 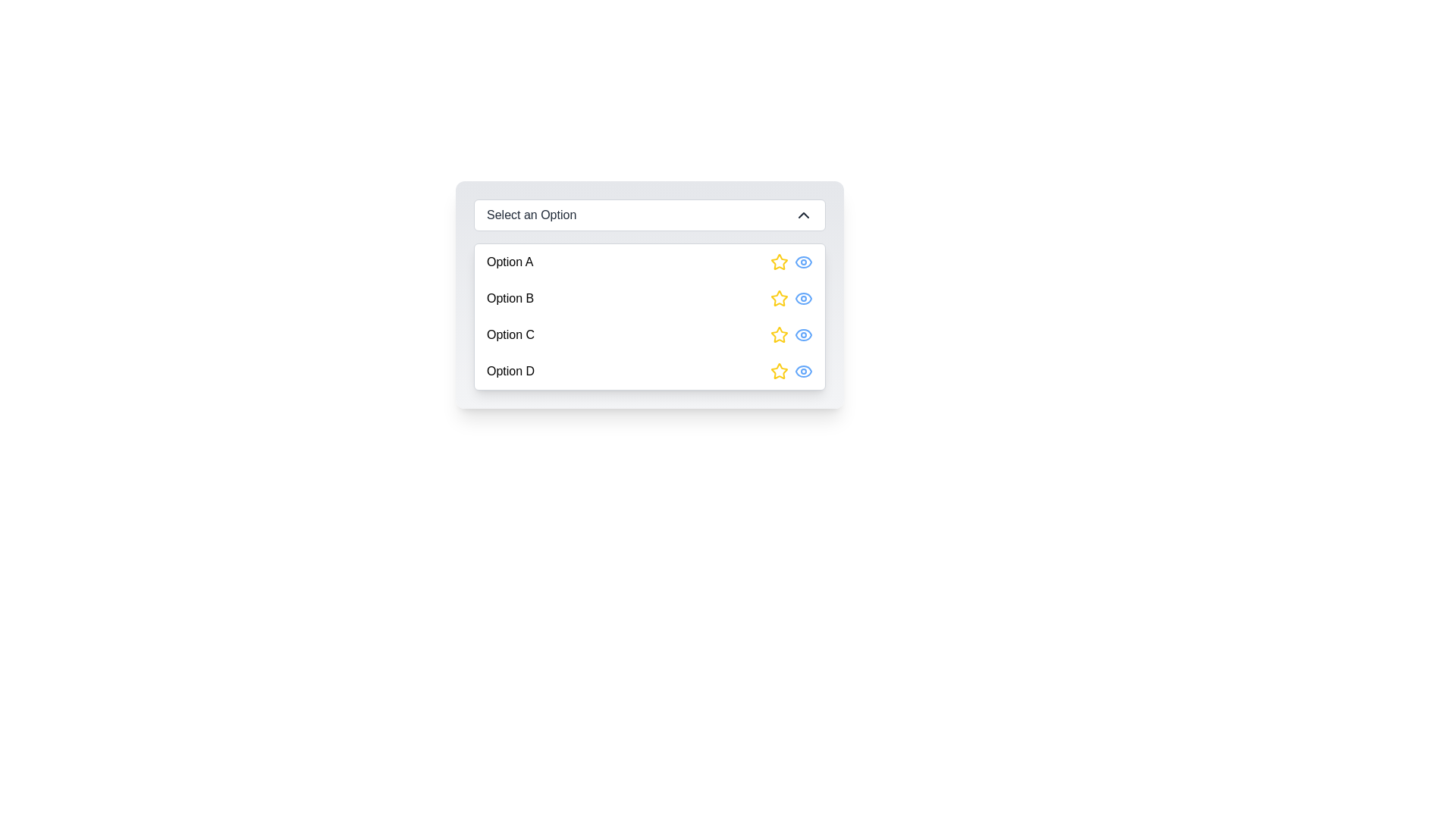 What do you see at coordinates (803, 262) in the screenshot?
I see `the eye icon located to the right of the yellow star icon, which serves as a visibility indicator for 'Option A'` at bounding box center [803, 262].